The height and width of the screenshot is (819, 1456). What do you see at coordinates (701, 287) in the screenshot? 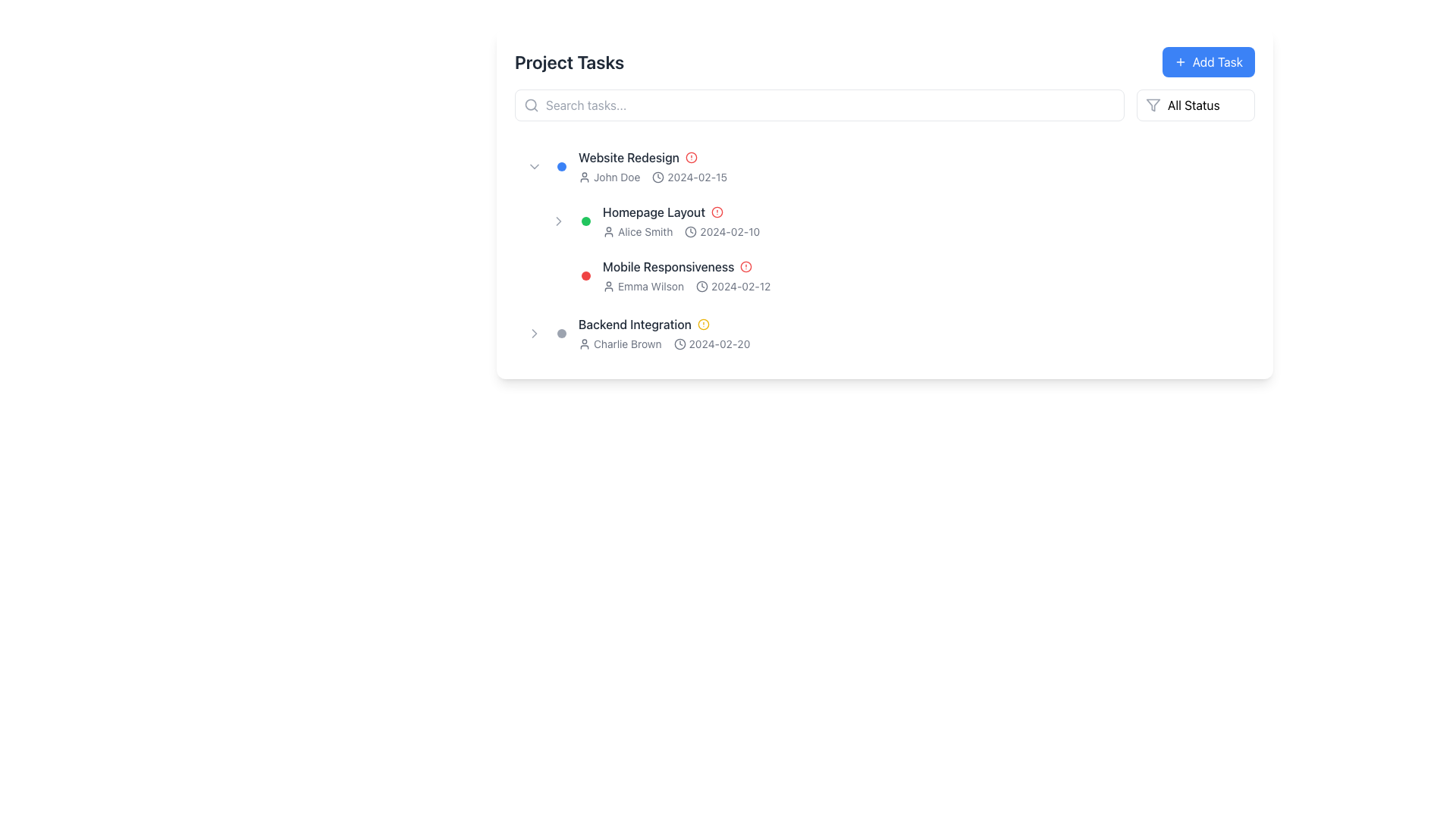
I see `the clock icon located to the left of the date '2024-02-12' in the 'Mobile Responsiveness' row, which indicates the relevance of the associated date or time` at bounding box center [701, 287].